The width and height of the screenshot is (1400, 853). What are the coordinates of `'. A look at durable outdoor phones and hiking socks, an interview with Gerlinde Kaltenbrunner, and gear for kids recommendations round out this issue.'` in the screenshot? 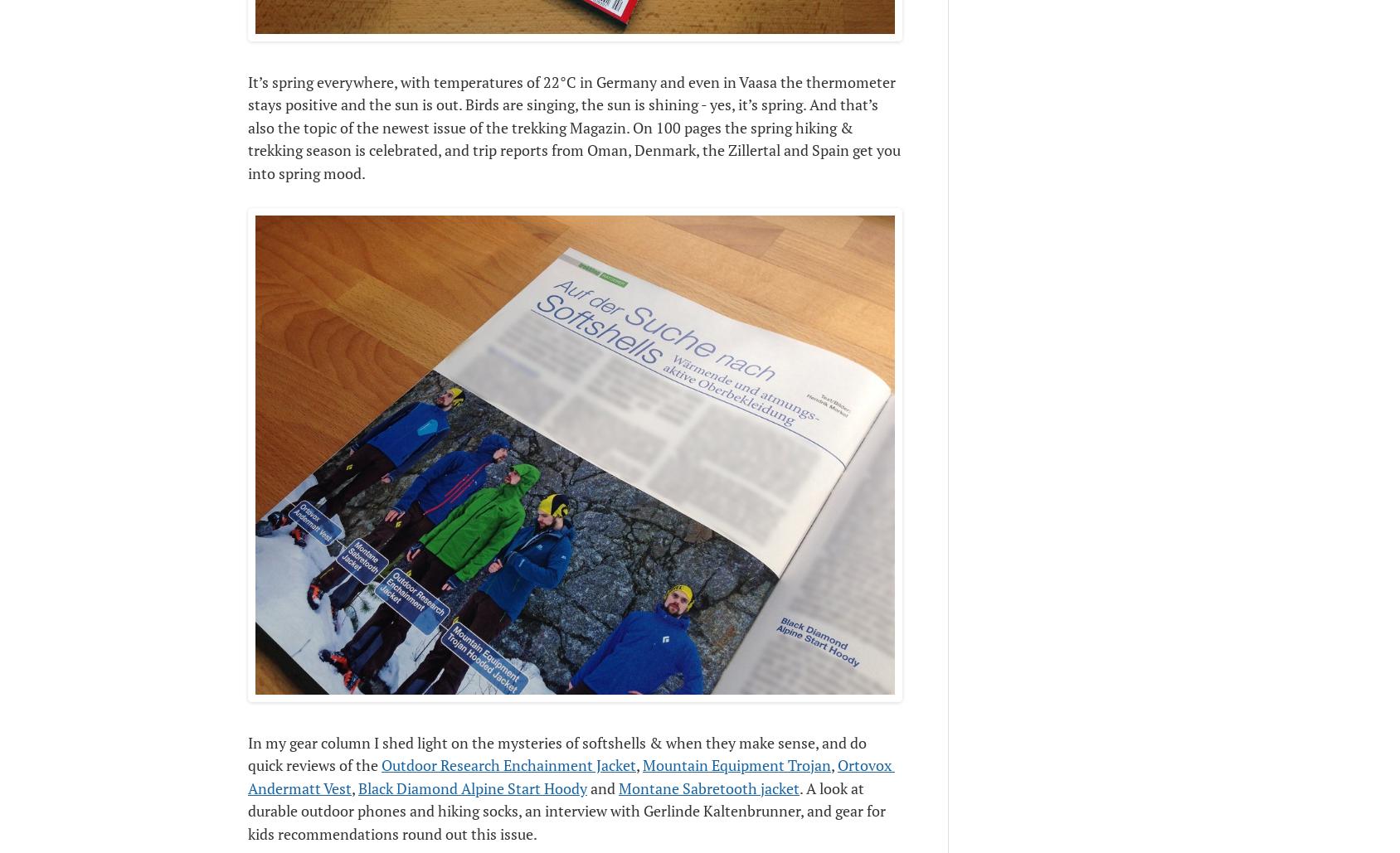 It's located at (566, 809).